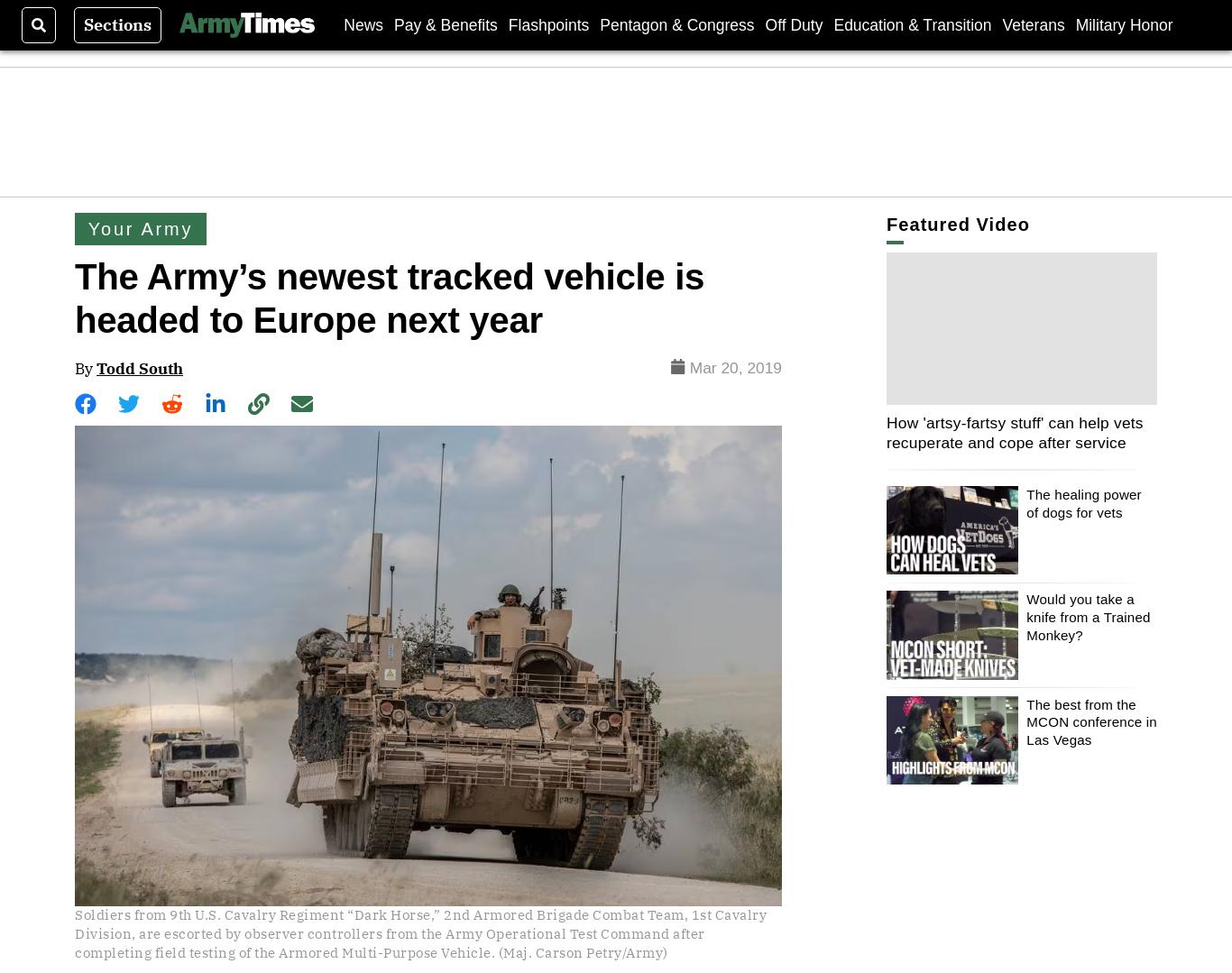  I want to click on 'Pay & Benefits', so click(445, 24).